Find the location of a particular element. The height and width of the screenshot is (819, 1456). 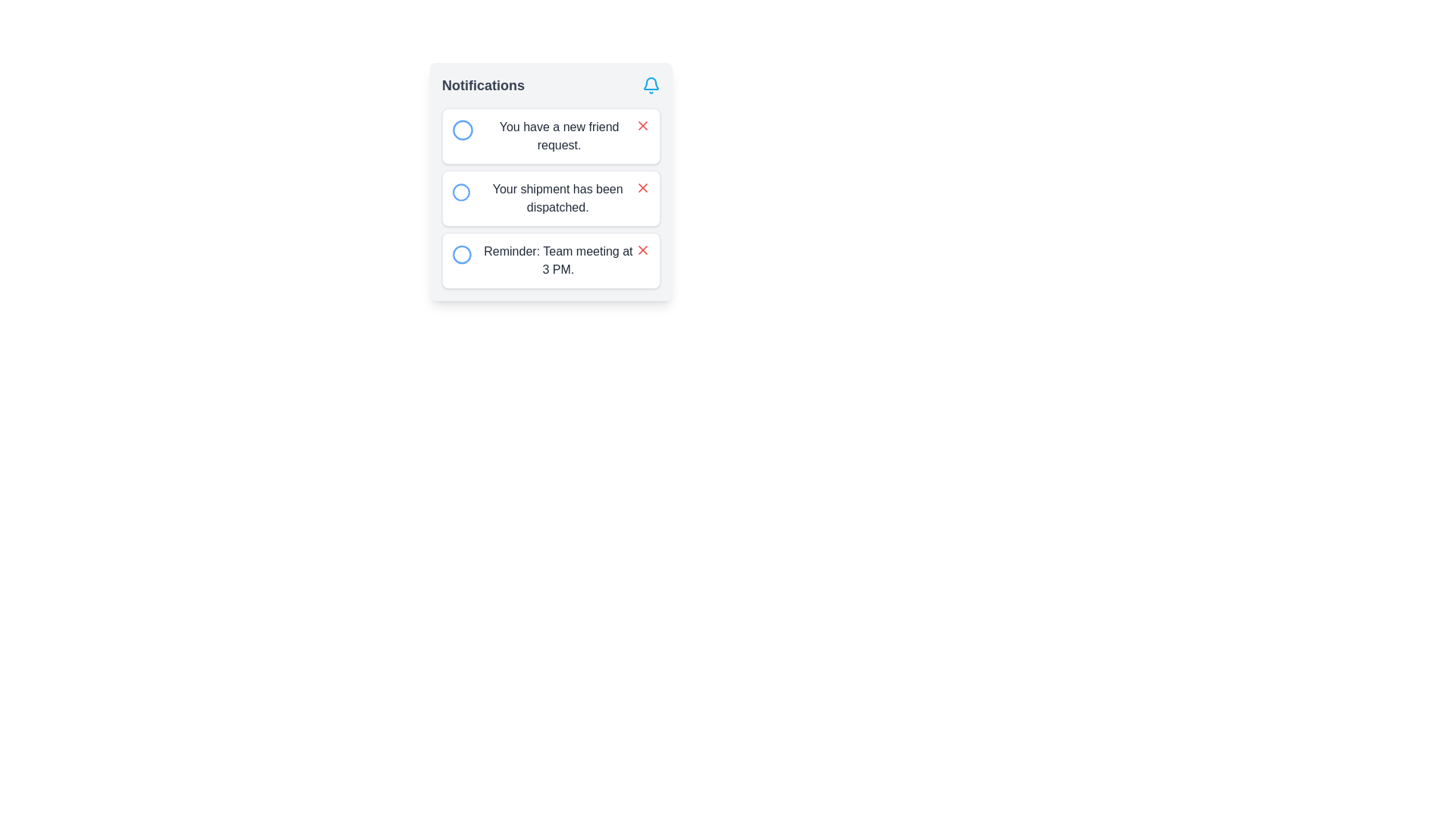

the SVG circle graphic with a blue stroke located in the second notification block next to the text 'Your shipment has been dispatched.' is located at coordinates (460, 192).